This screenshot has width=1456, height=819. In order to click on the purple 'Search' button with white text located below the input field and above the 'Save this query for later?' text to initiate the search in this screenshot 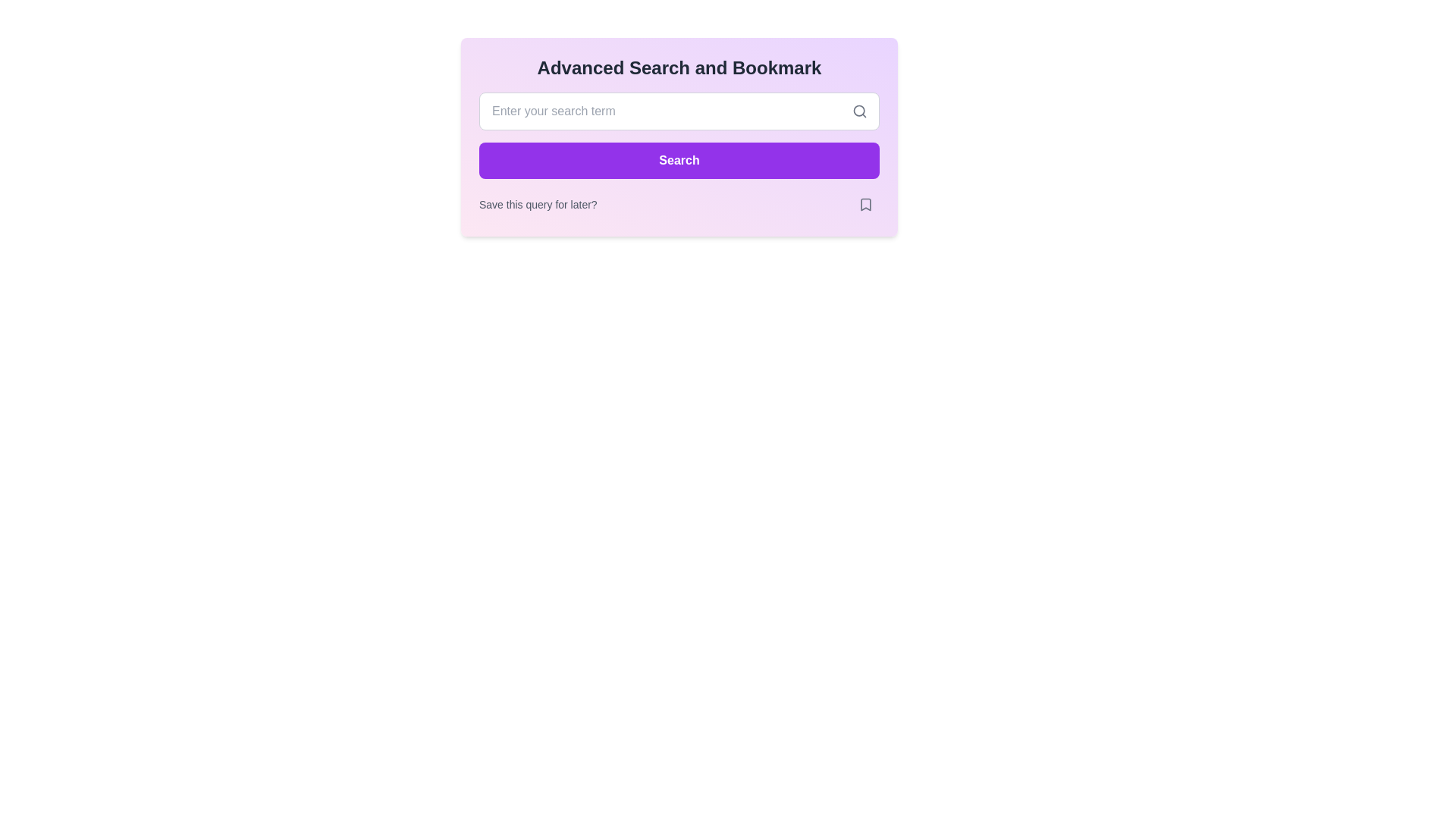, I will do `click(679, 161)`.